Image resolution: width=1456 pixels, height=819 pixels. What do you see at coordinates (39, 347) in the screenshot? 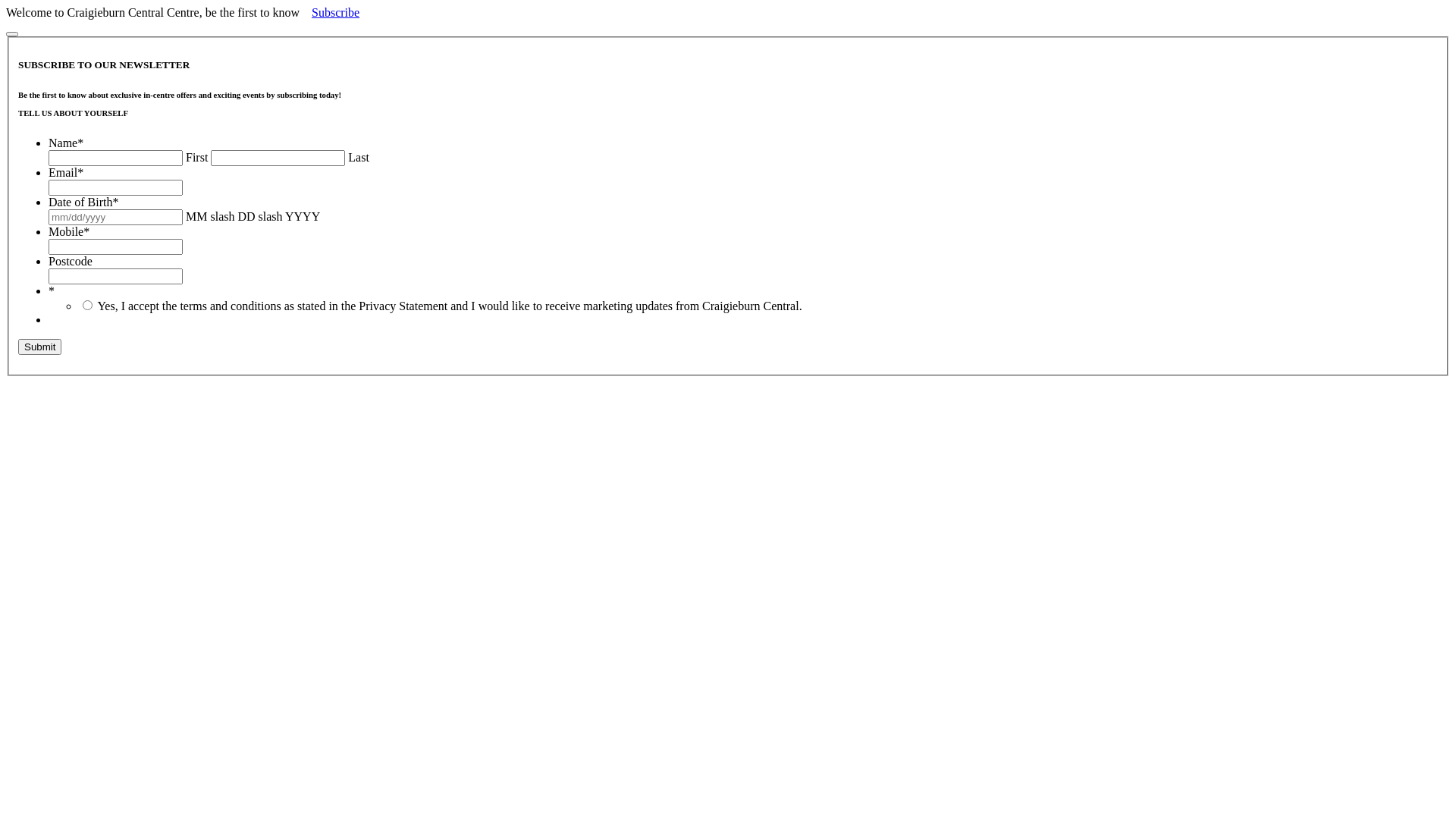
I see `'Submit'` at bounding box center [39, 347].